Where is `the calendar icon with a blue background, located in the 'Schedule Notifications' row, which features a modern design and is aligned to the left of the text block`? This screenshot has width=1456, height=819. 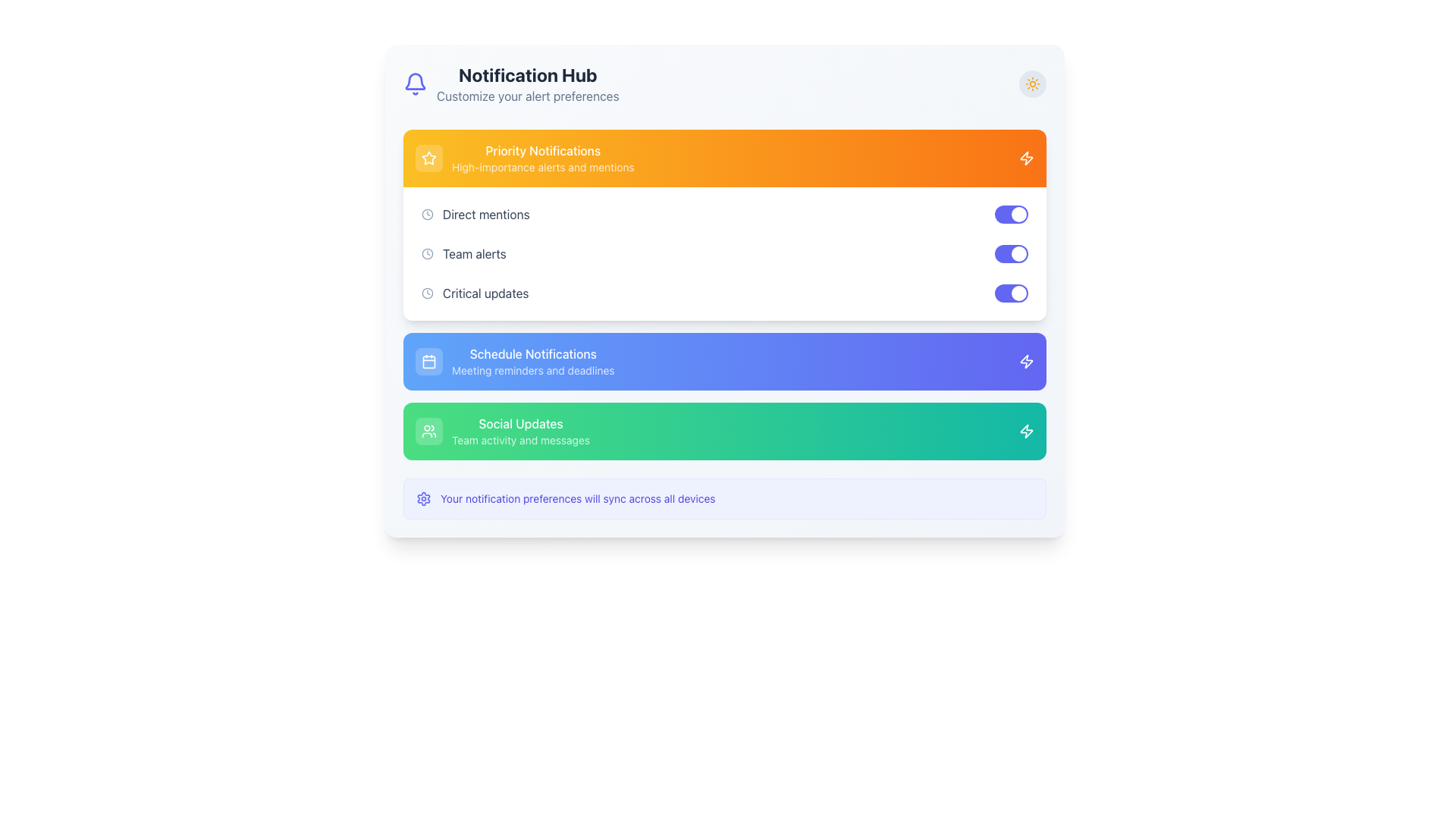
the calendar icon with a blue background, located in the 'Schedule Notifications' row, which features a modern design and is aligned to the left of the text block is located at coordinates (428, 362).